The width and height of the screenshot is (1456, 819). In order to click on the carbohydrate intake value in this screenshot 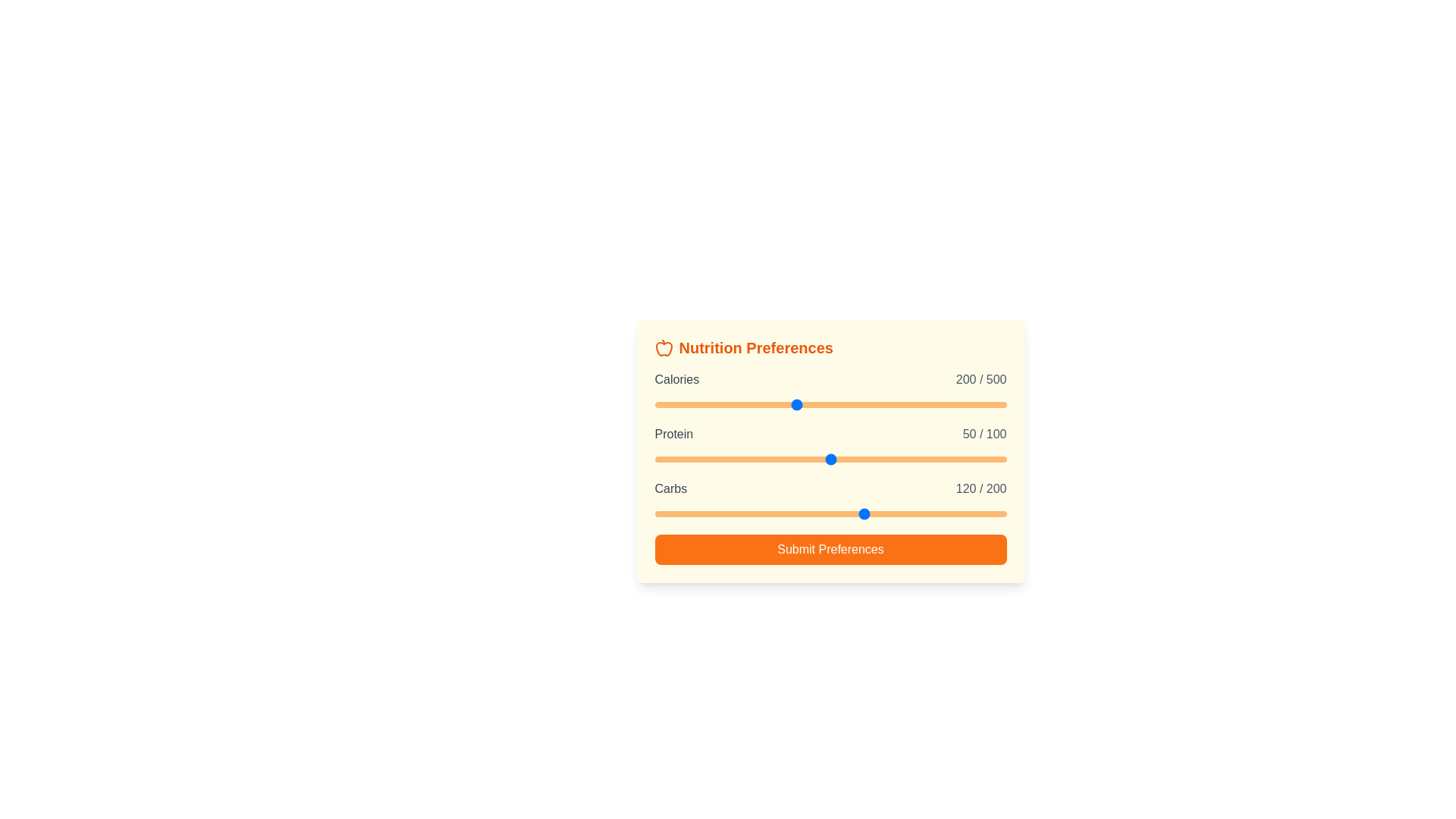, I will do `click(795, 513)`.